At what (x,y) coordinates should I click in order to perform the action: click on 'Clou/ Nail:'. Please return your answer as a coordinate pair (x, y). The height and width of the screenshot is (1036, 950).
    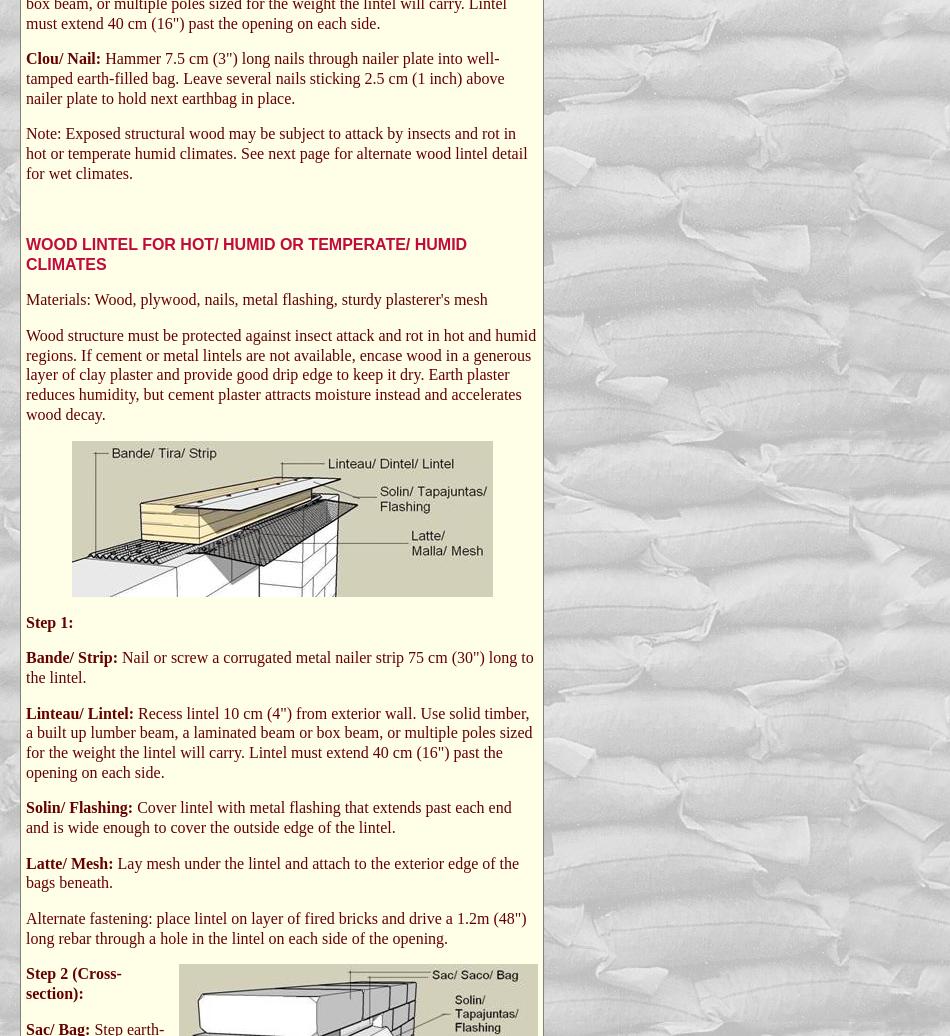
    Looking at the image, I should click on (65, 58).